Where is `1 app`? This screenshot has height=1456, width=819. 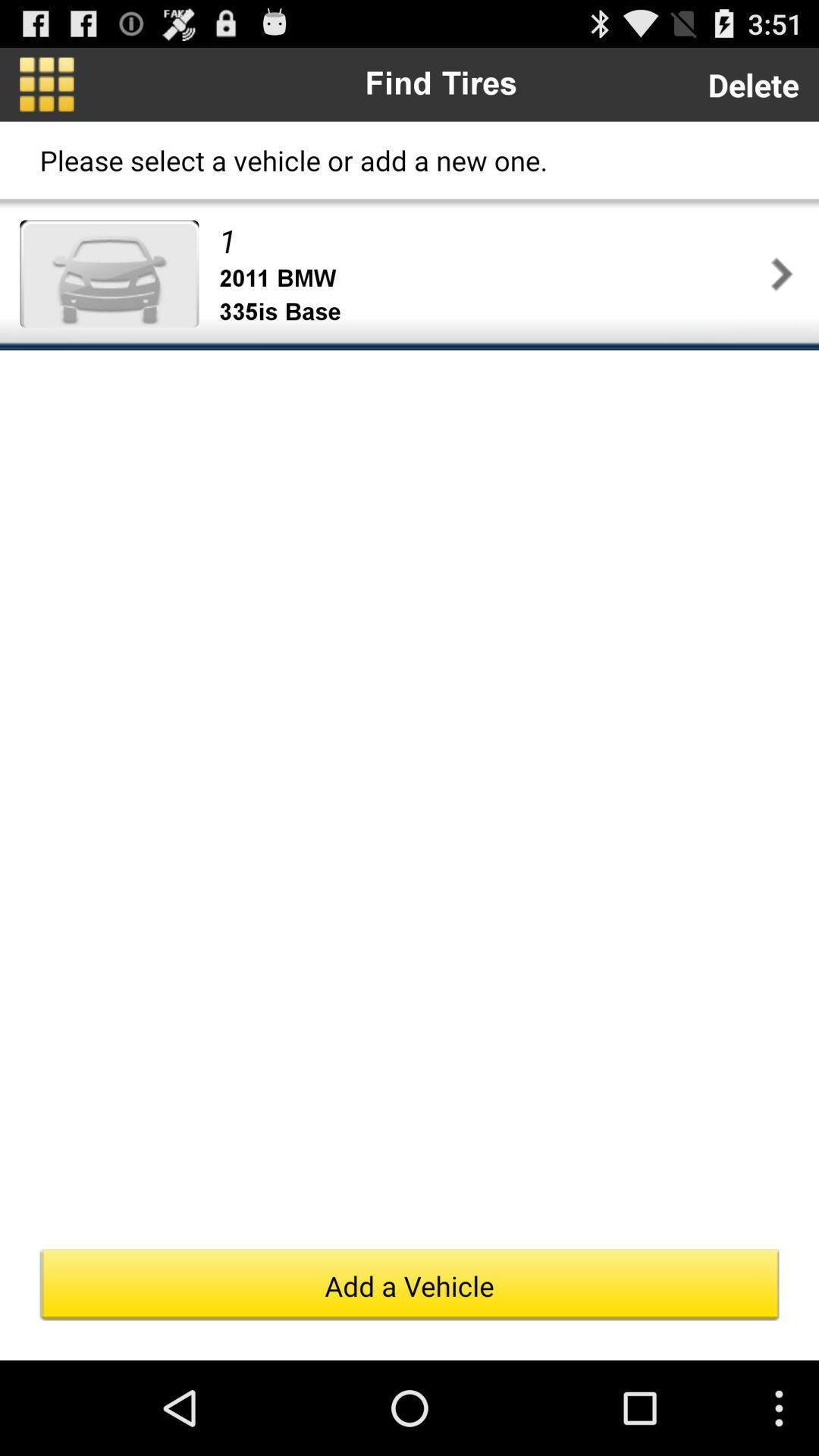
1 app is located at coordinates (491, 240).